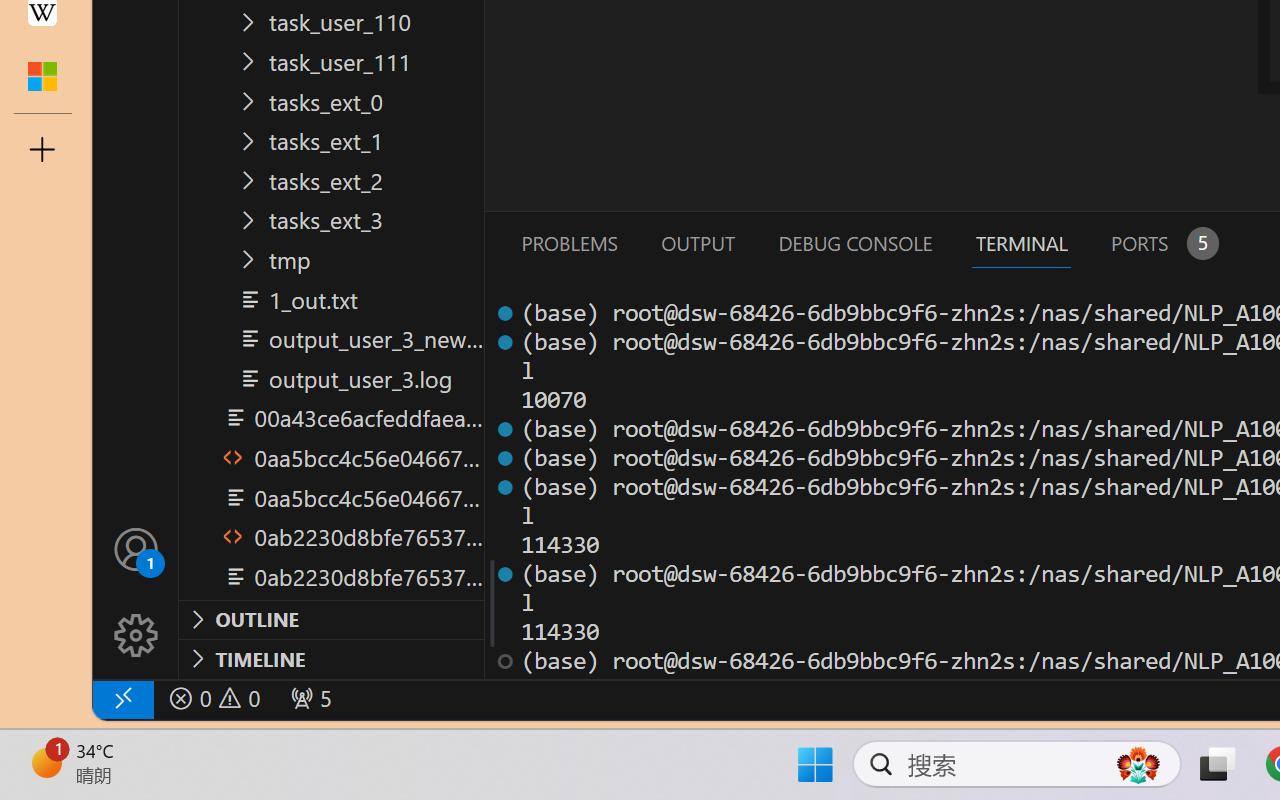  What do you see at coordinates (121, 698) in the screenshot?
I see `'remote'` at bounding box center [121, 698].